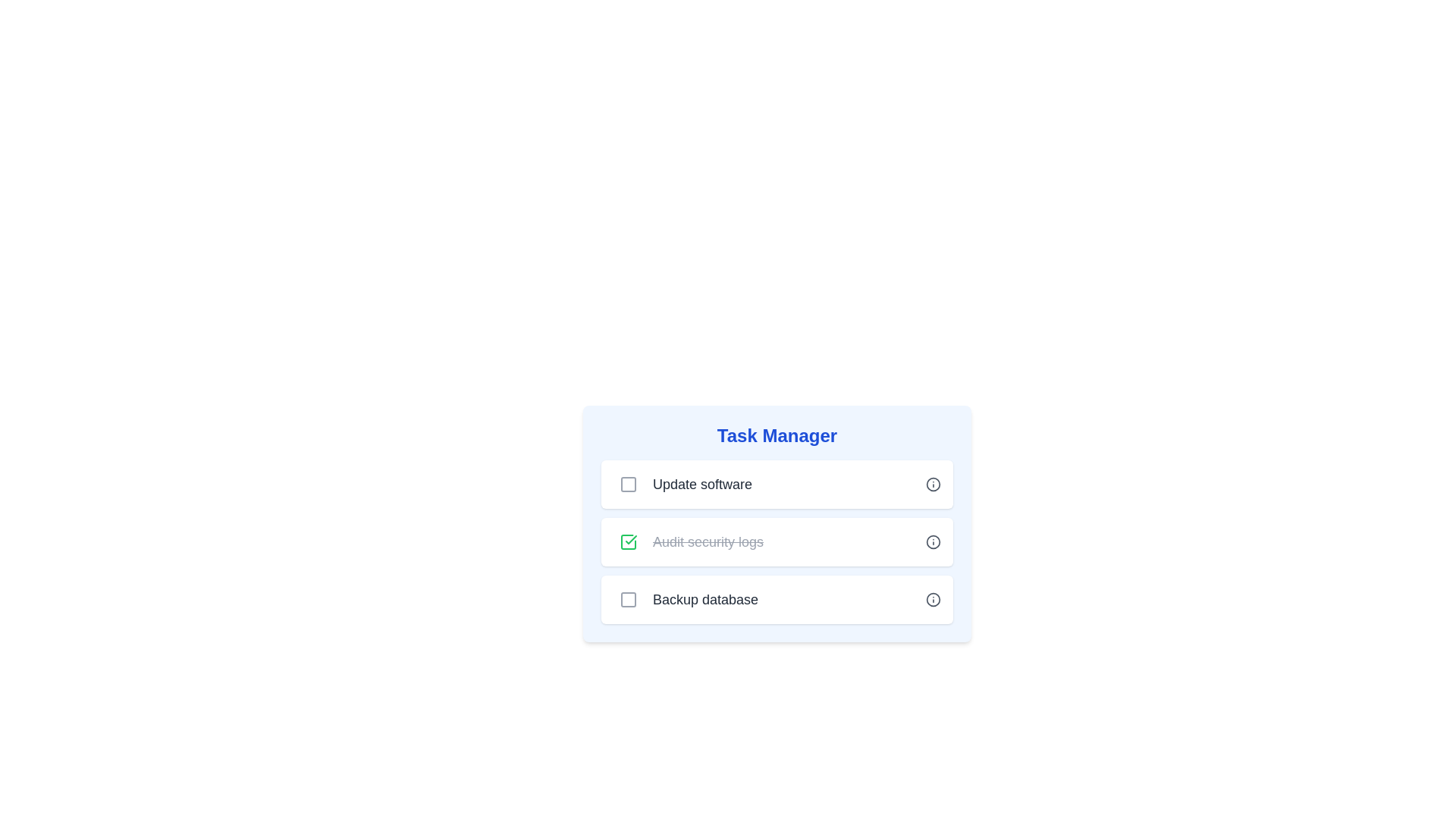 The image size is (1456, 819). I want to click on the circular vector graphic element located to the right of the 'Update software' text in the task manager interface, so click(932, 598).